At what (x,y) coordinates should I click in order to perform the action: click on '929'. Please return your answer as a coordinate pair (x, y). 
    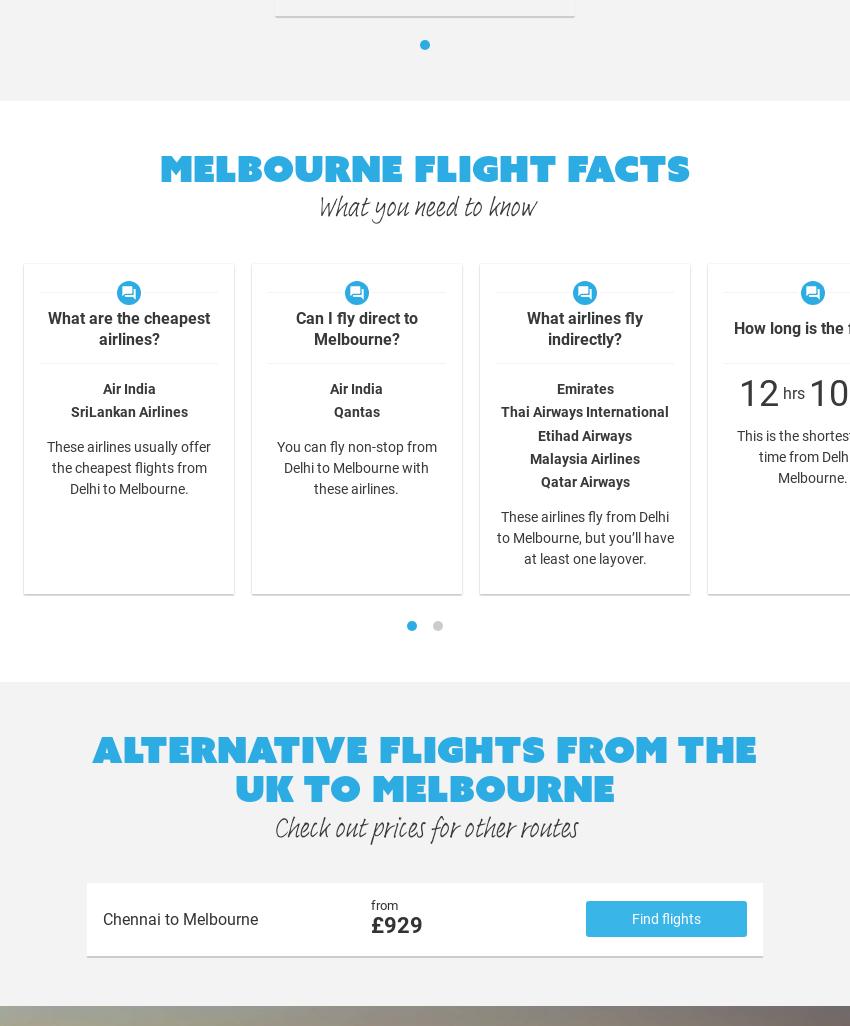
    Looking at the image, I should click on (384, 924).